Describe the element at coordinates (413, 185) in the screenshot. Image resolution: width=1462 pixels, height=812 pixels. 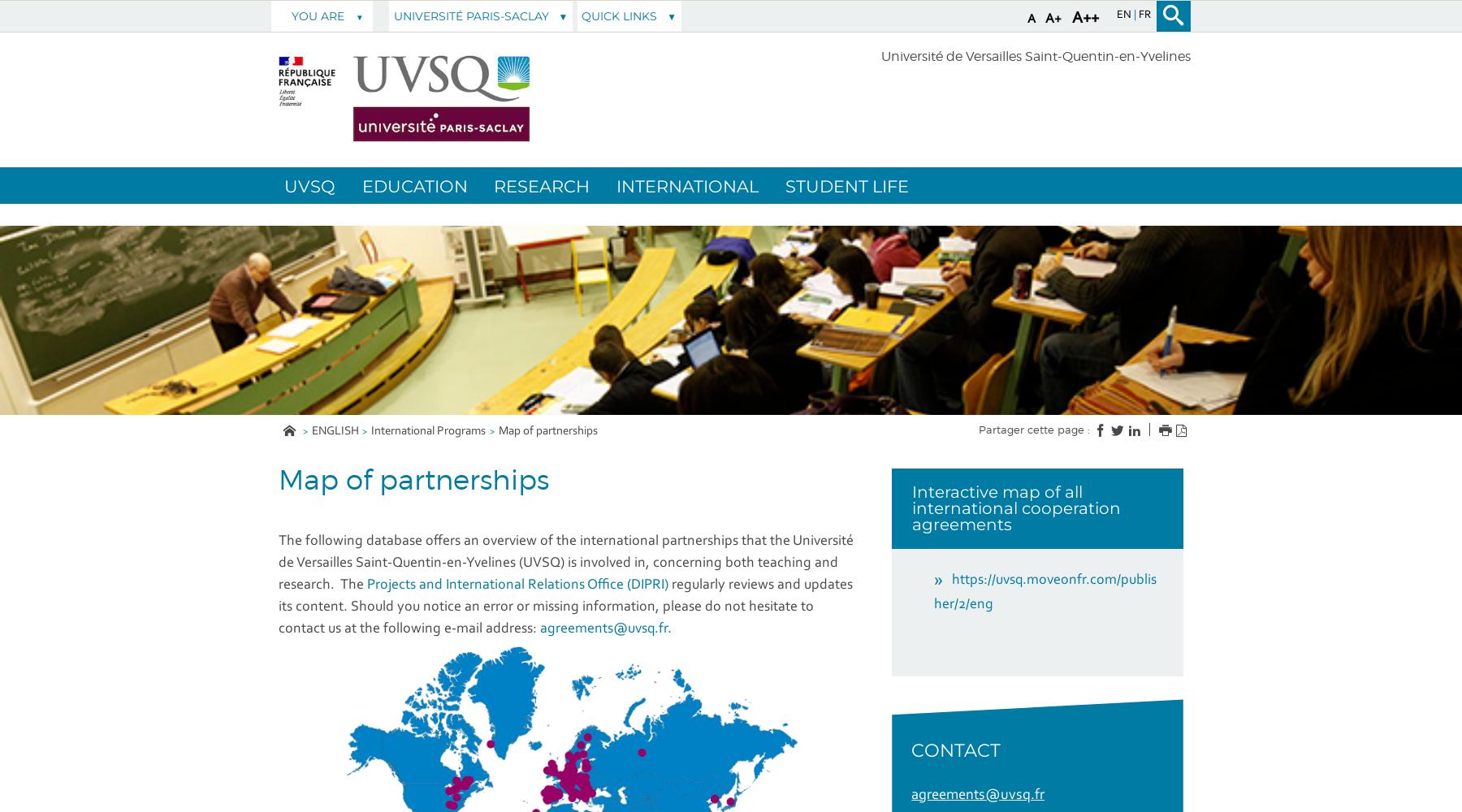
I see `'Education'` at that location.